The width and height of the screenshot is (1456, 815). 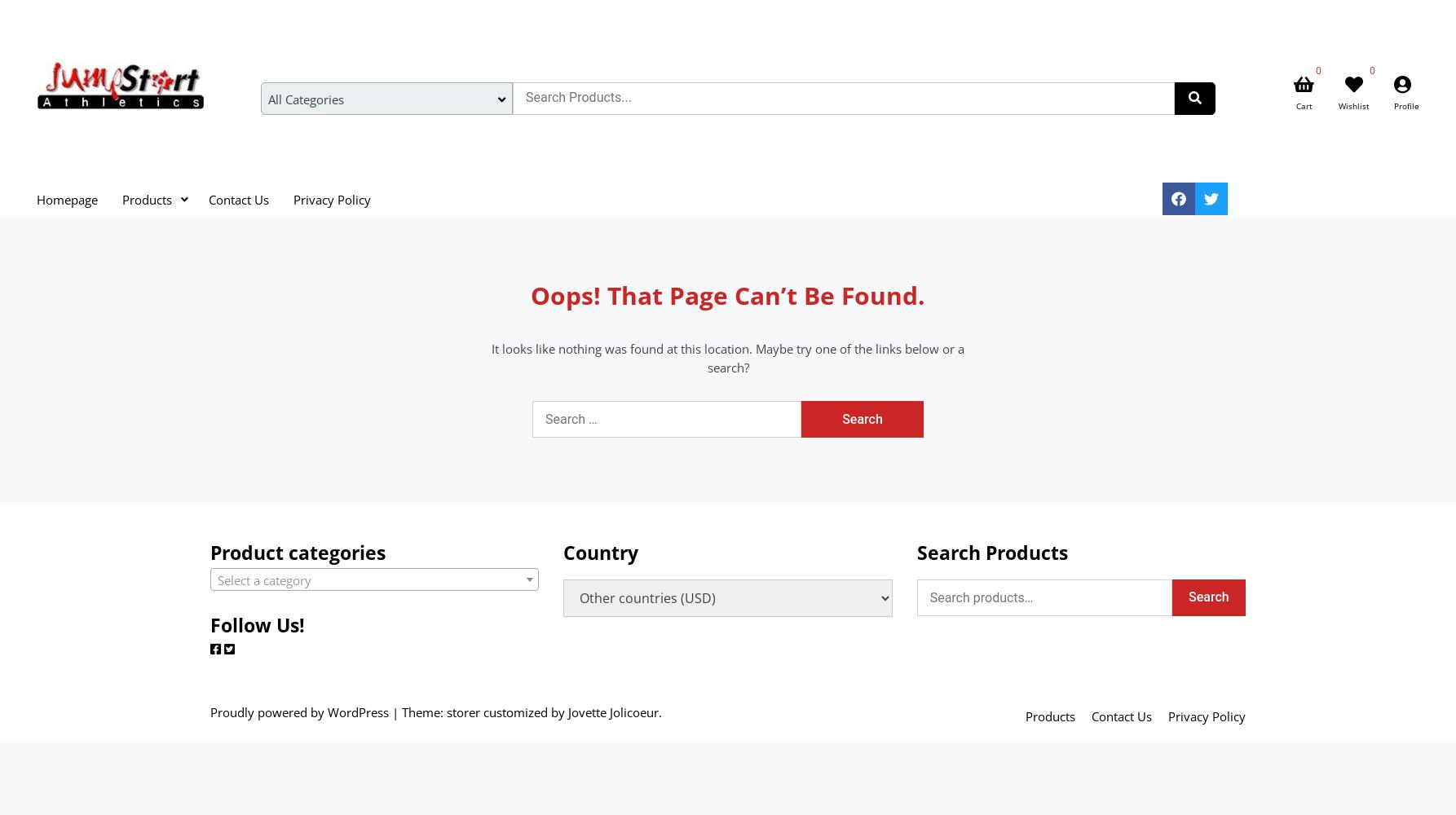 What do you see at coordinates (306, 99) in the screenshot?
I see `'All Categories'` at bounding box center [306, 99].